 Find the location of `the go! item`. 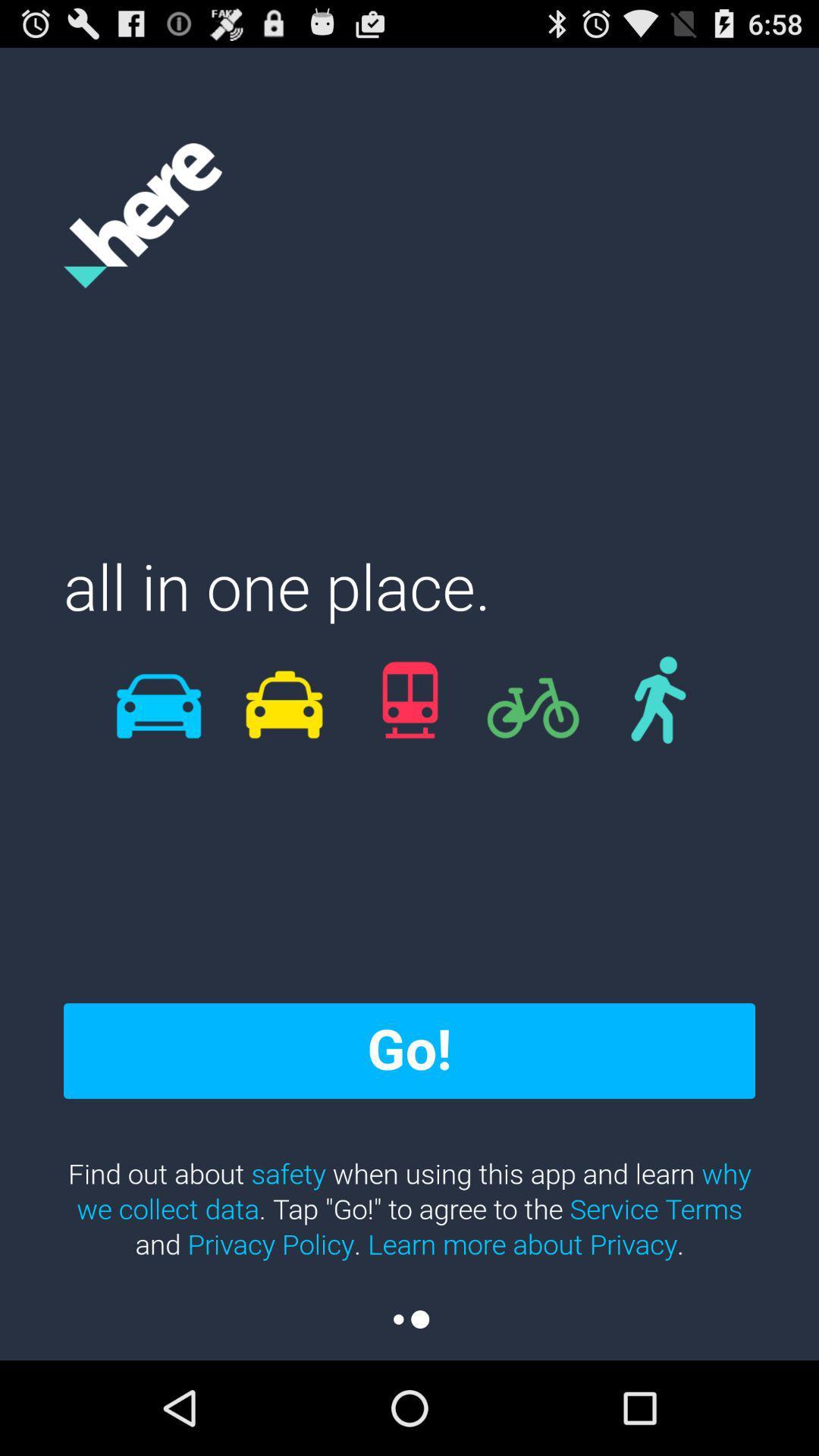

the go! item is located at coordinates (409, 1050).